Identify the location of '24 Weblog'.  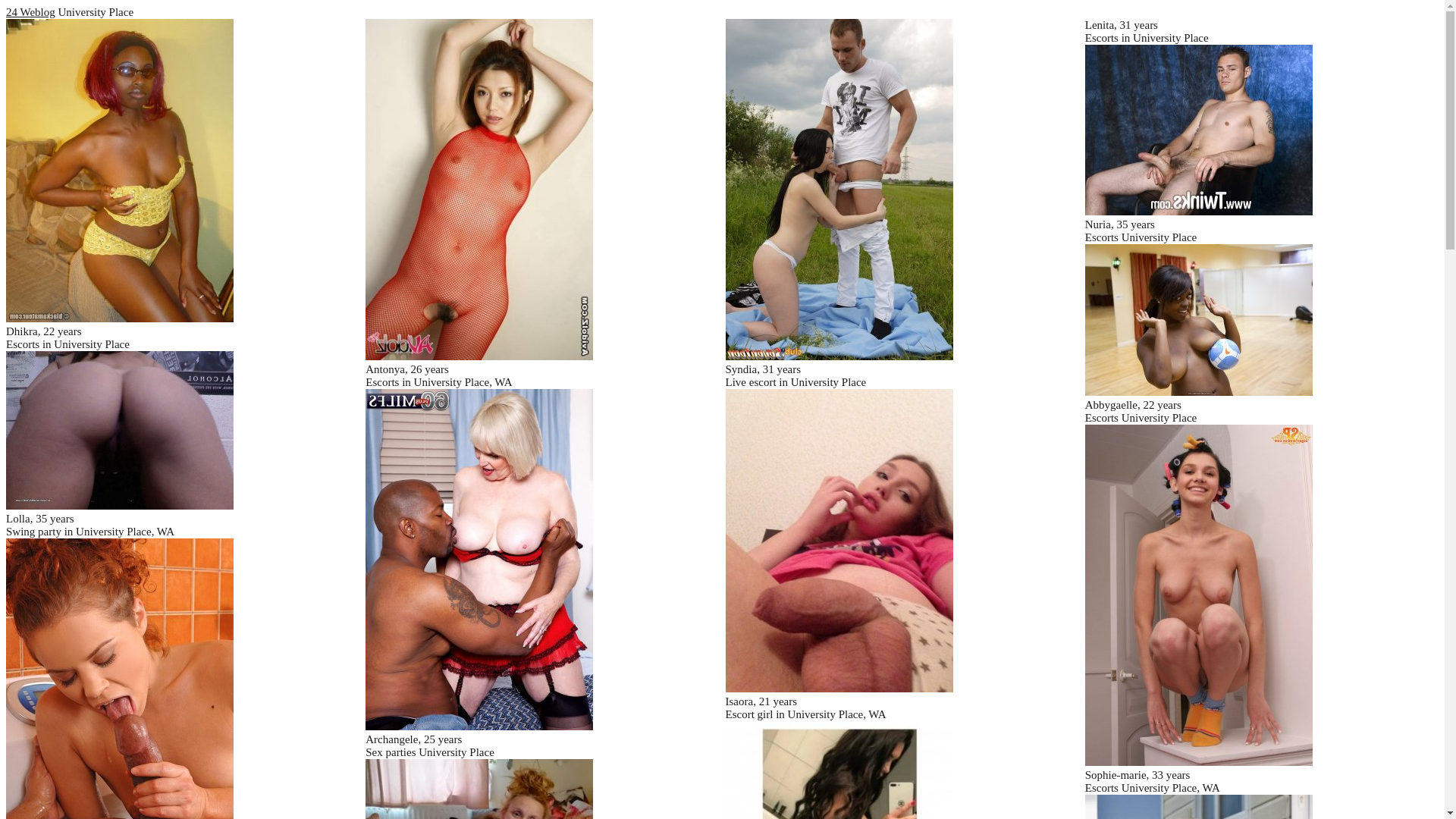
(6, 11).